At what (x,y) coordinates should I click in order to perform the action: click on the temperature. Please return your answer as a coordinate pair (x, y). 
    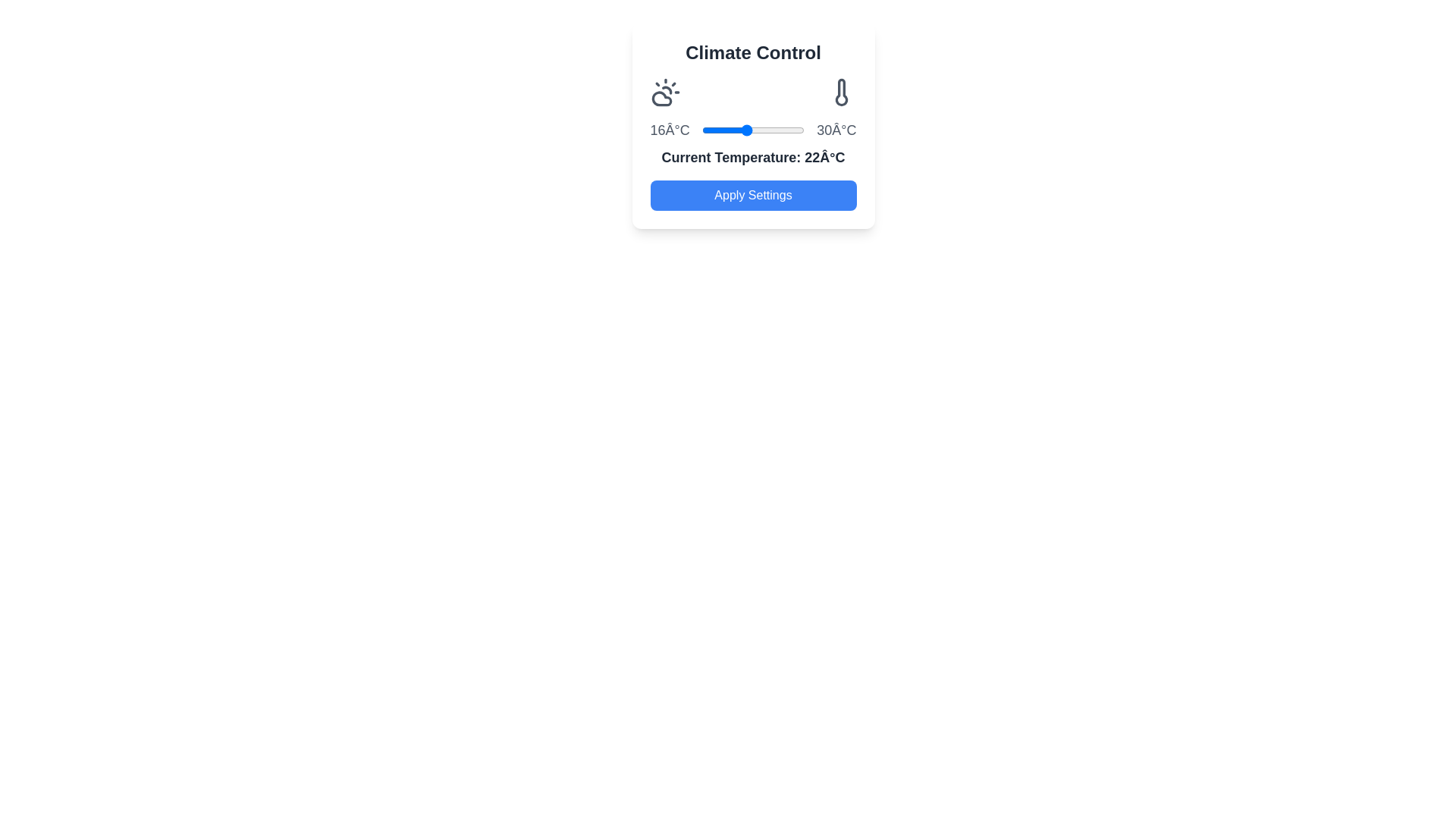
    Looking at the image, I should click on (775, 130).